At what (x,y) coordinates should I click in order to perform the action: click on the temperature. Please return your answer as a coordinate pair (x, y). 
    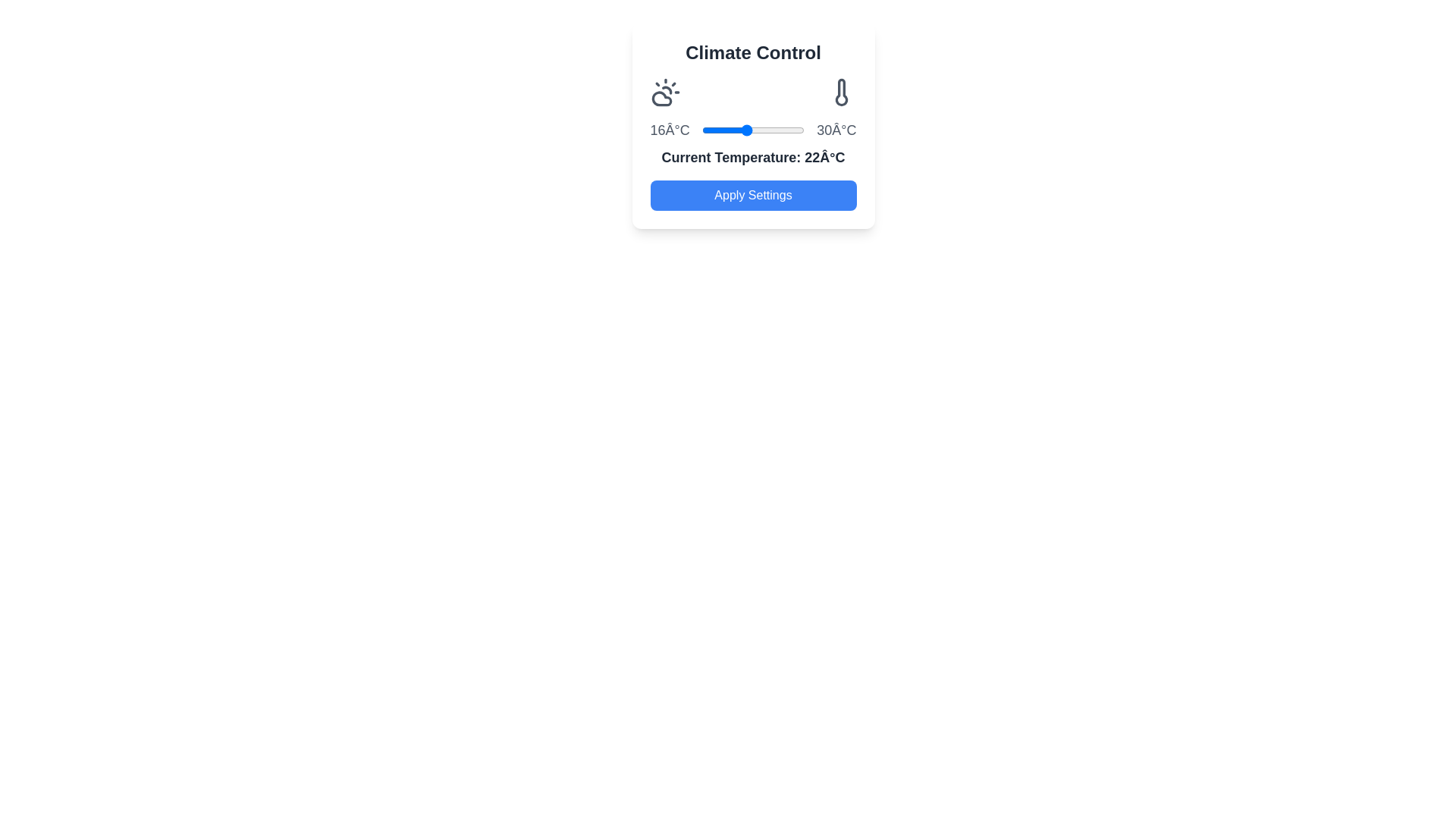
    Looking at the image, I should click on (775, 130).